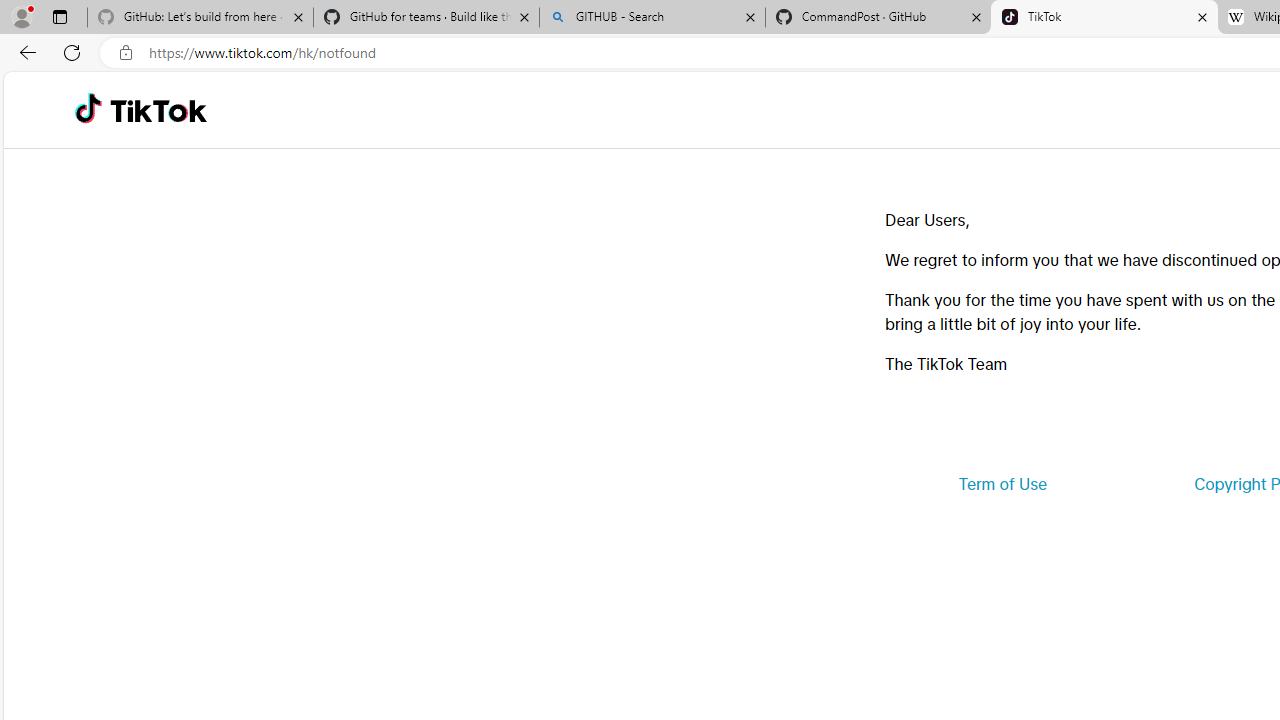  Describe the element at coordinates (652, 17) in the screenshot. I see `'GITHUB - Search'` at that location.